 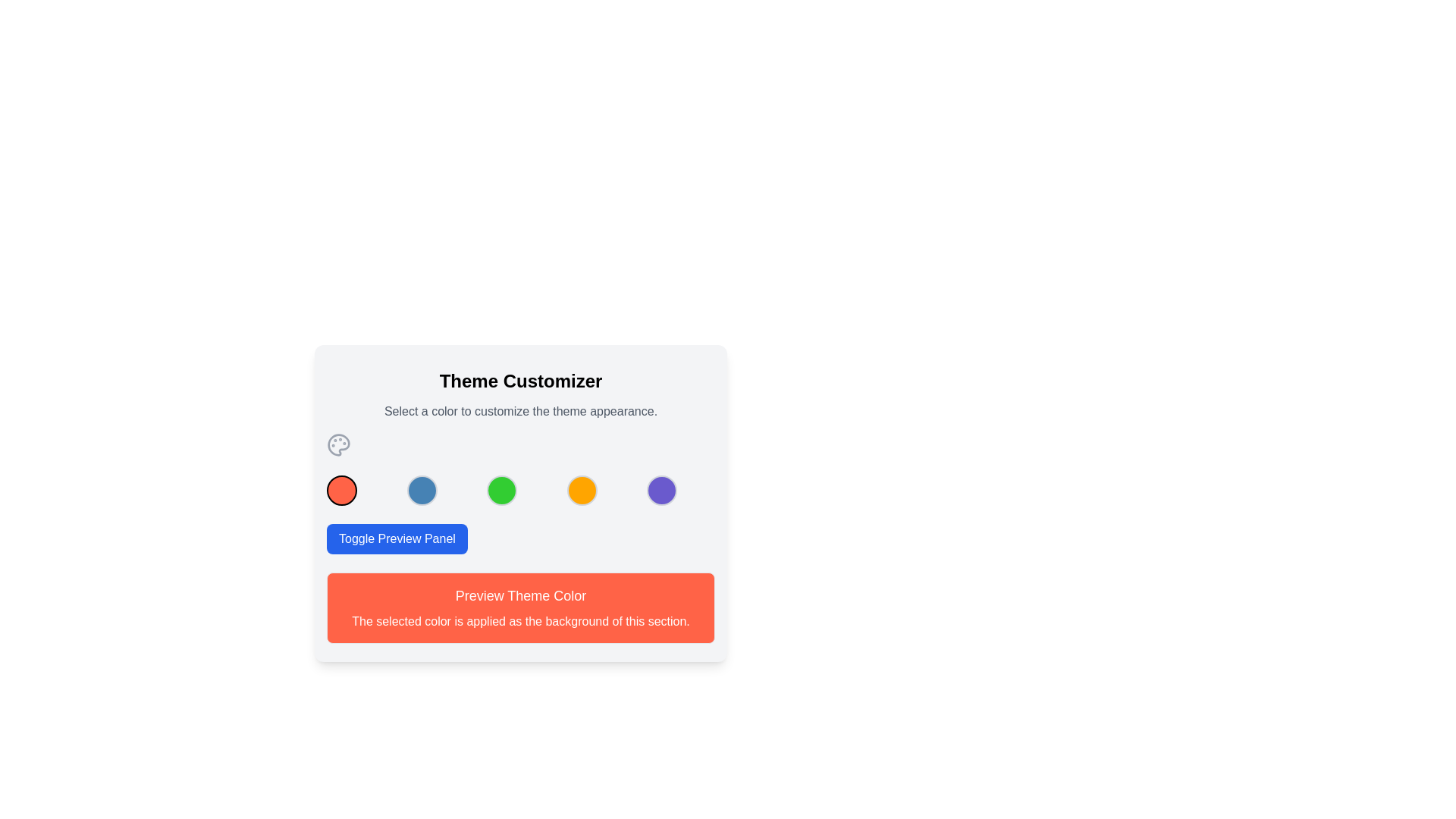 I want to click on the first selectable color option button located in the grid layout under the 'Theme Customizer' section, so click(x=341, y=491).